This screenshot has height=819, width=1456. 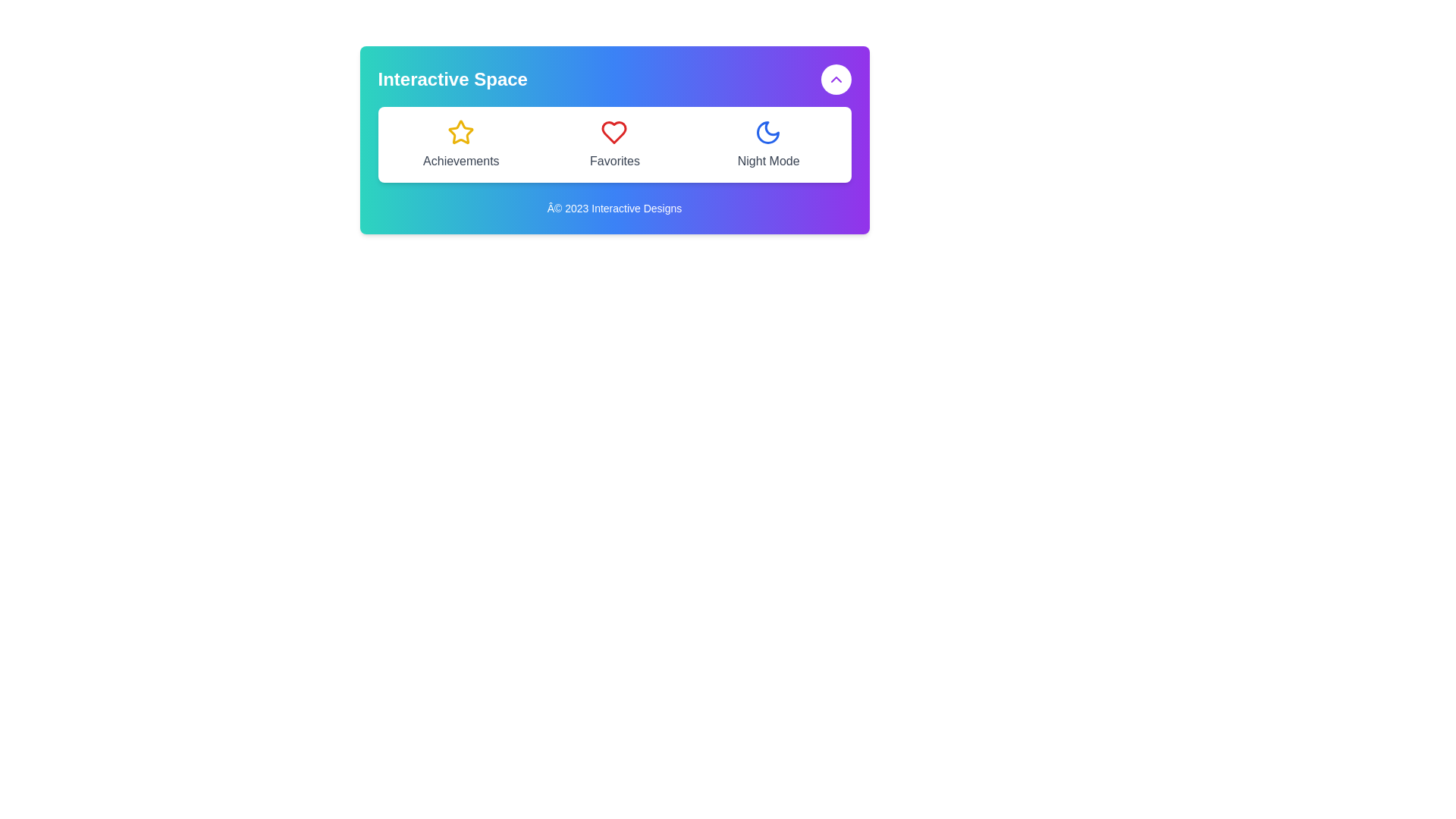 I want to click on the circular button with a white background and purple outline, which contains an upward-pointing chevron icon, so click(x=835, y=79).